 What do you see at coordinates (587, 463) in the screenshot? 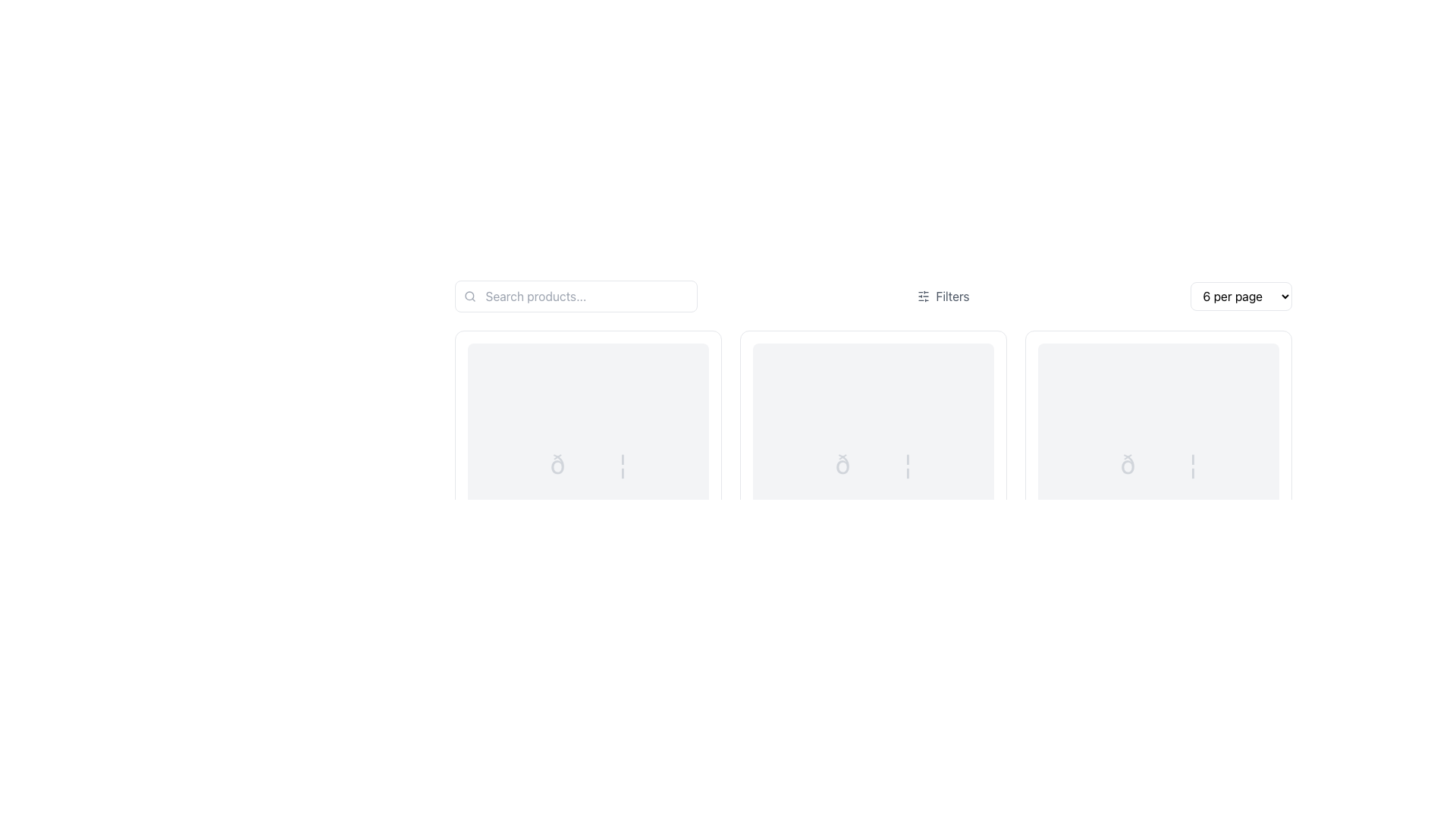
I see `the square-shaped image placeholder with a light gray background and rounded corners, which contains a centrally aligned graphic resembling a box or package` at bounding box center [587, 463].